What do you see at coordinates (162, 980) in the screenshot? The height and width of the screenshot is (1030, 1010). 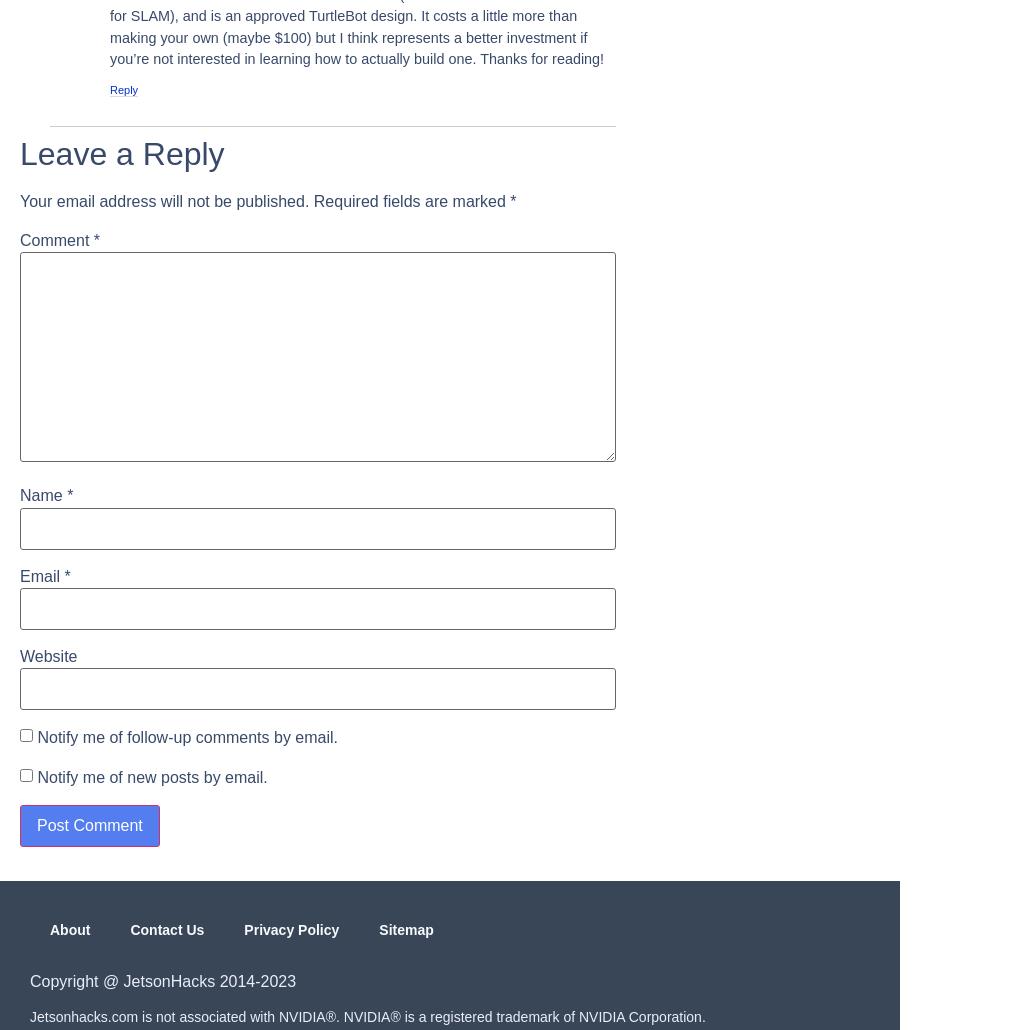 I see `'Copyright @ JetsonHacks 2014-2023'` at bounding box center [162, 980].